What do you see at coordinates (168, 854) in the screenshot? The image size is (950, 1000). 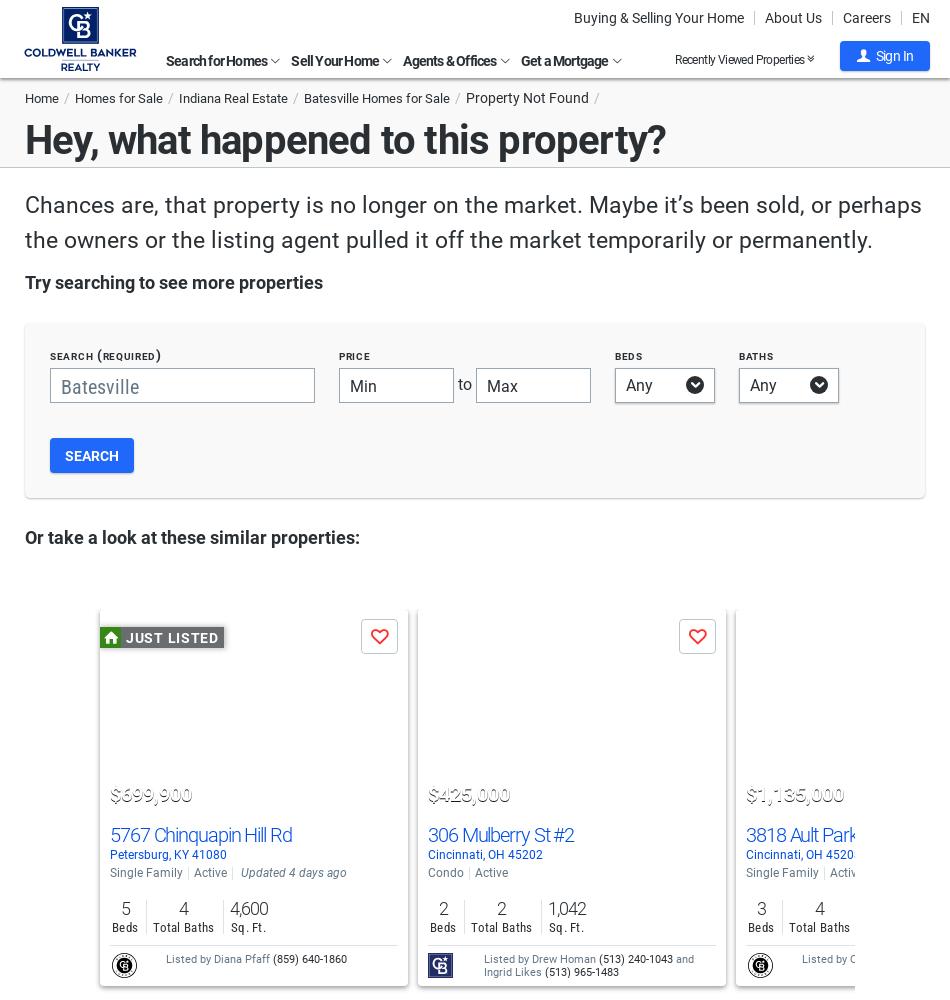 I see `'Petersburg, KY 41080'` at bounding box center [168, 854].